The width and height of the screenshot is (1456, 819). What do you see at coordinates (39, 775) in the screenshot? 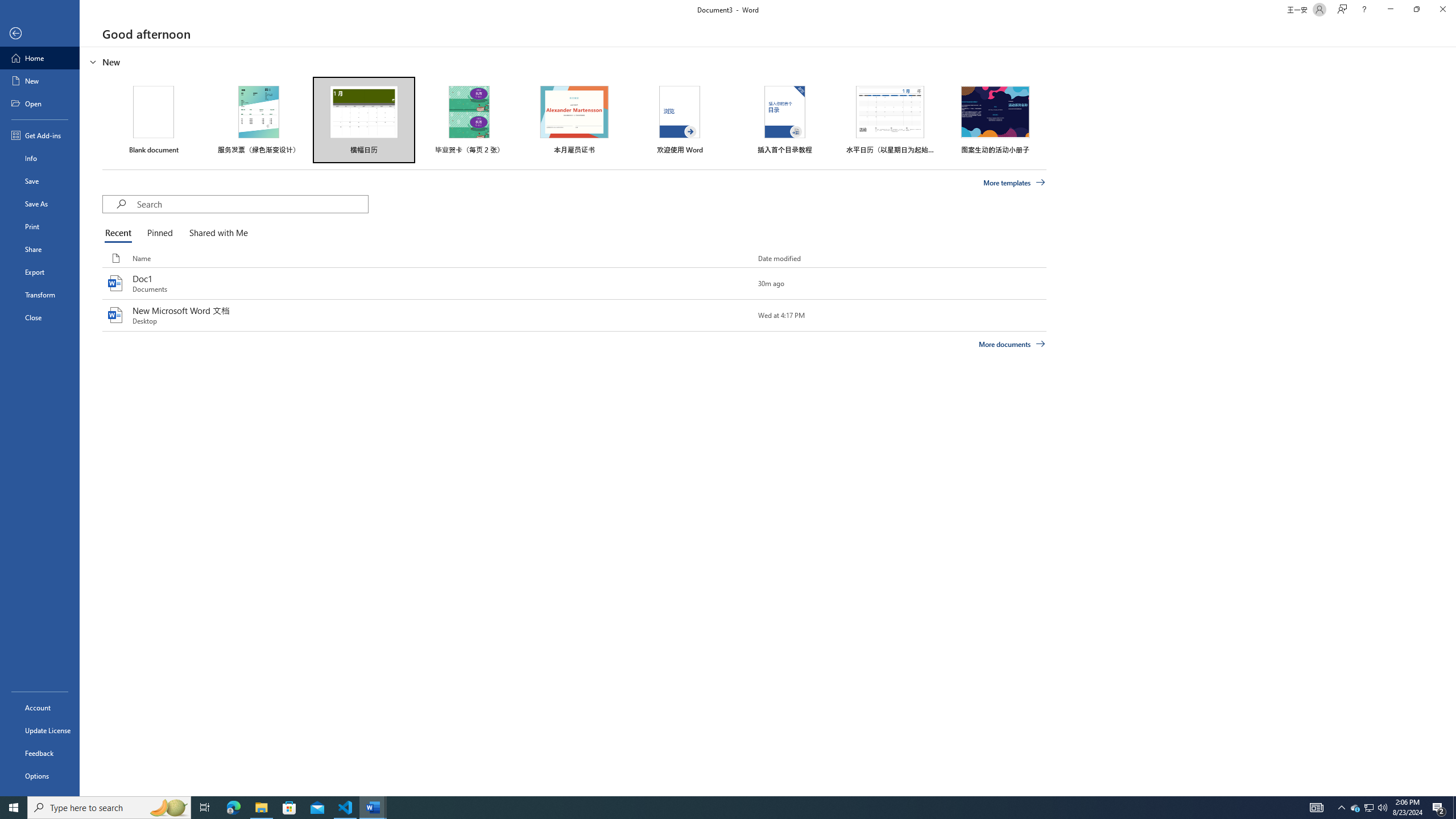
I see `'Options'` at bounding box center [39, 775].